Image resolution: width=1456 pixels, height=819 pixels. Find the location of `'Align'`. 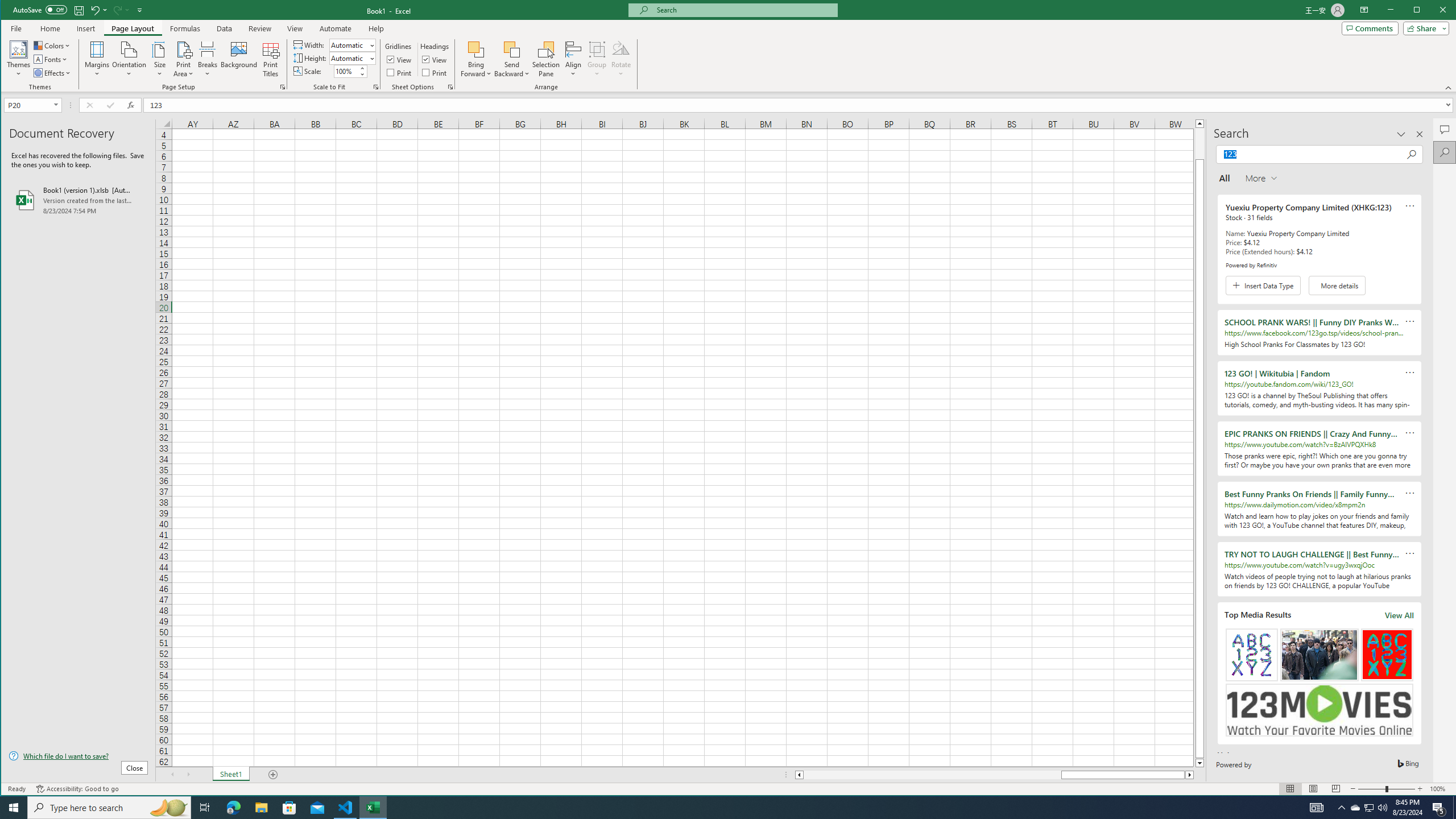

'Align' is located at coordinates (573, 59).